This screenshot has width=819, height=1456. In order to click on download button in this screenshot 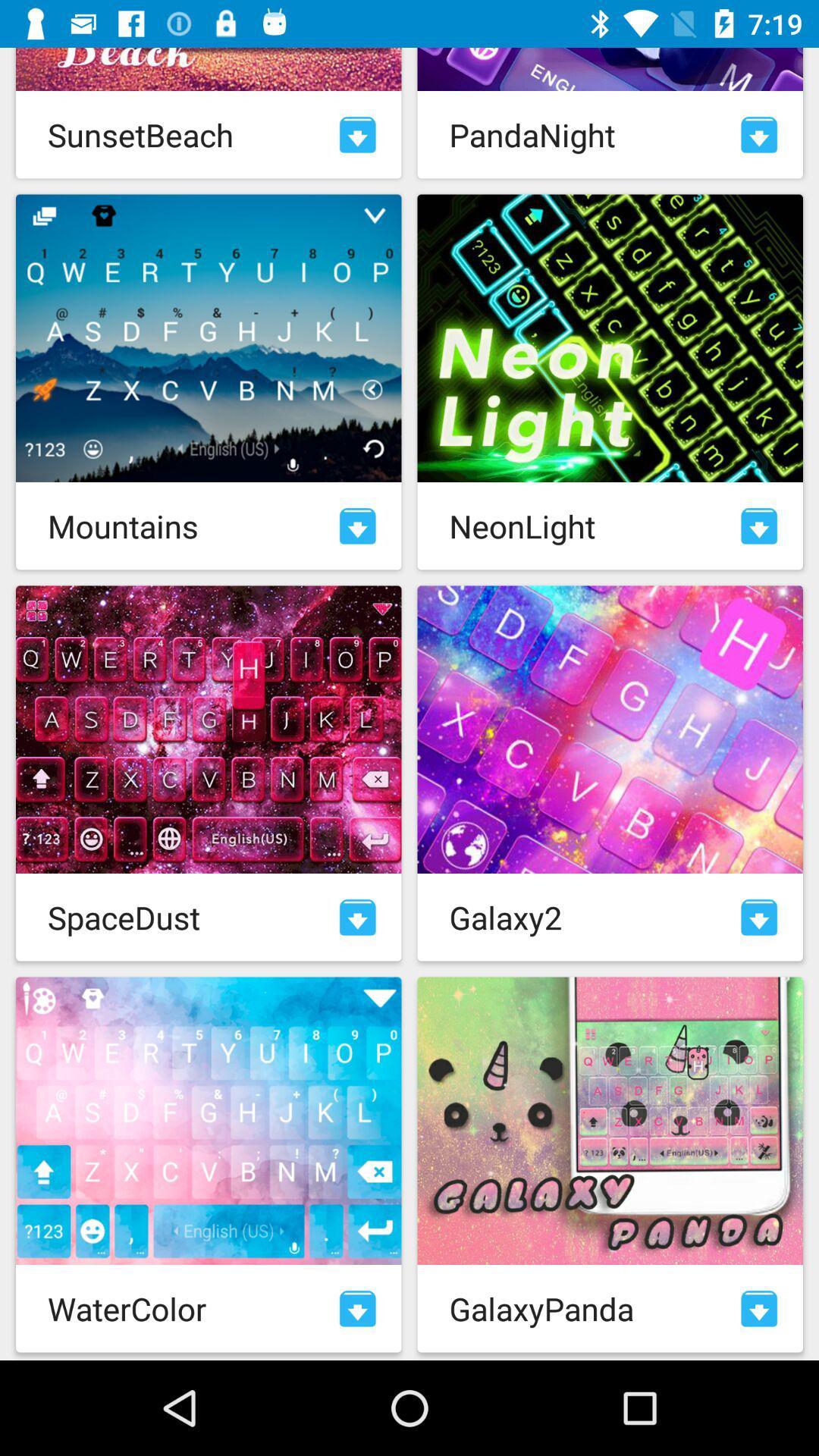, I will do `click(357, 526)`.